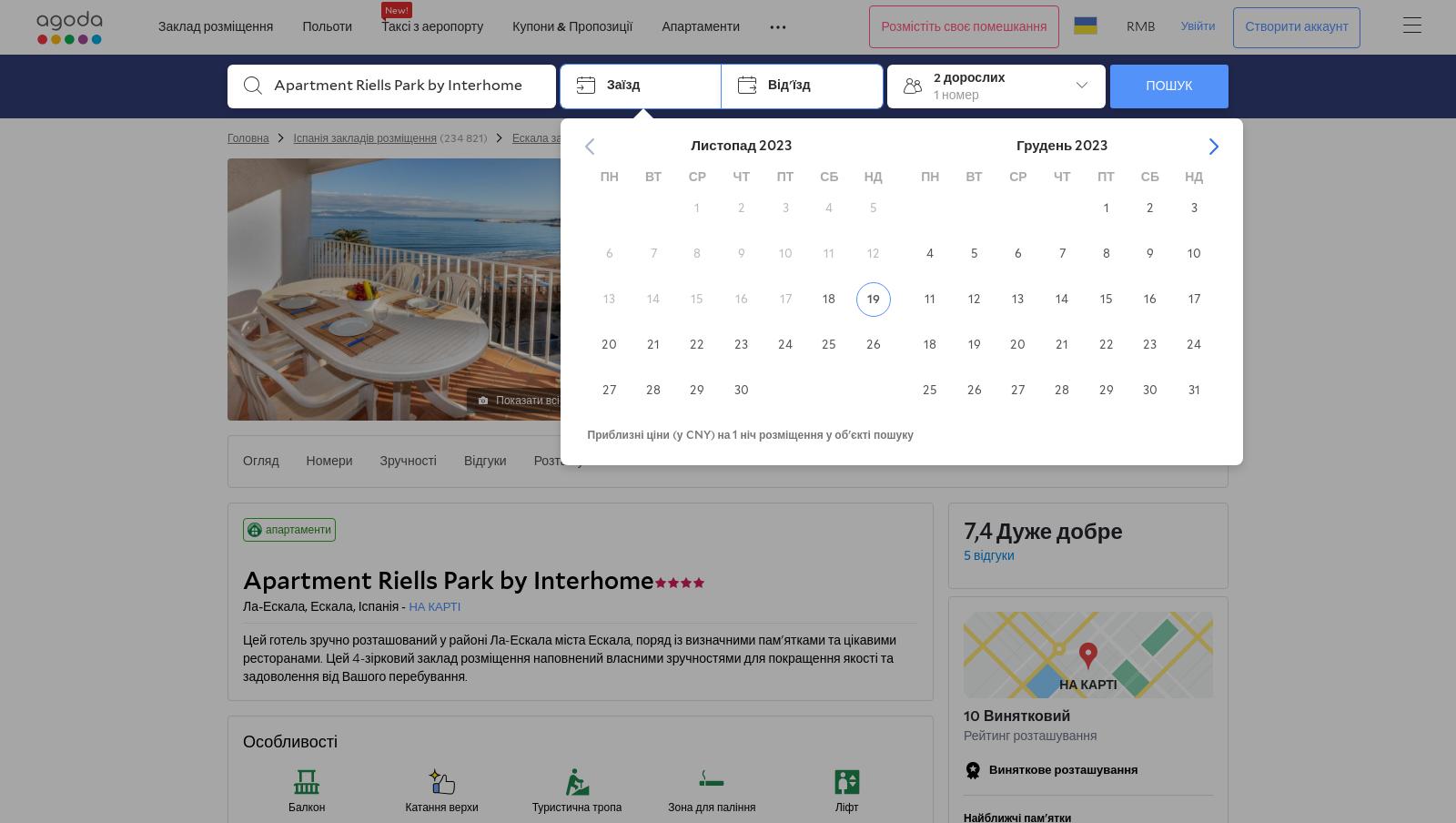 The width and height of the screenshot is (1456, 823). What do you see at coordinates (569, 657) in the screenshot?
I see `'Цей готель зручно розташований у районі Ла-Ескала міста Ескала, поряд із визначними пам'ятками та цікавими ресторанами. Цей 4-зірковий заклад розміщення наповнений власними зручностями для покращення якості та задоволення від Вашого перебування.'` at bounding box center [569, 657].